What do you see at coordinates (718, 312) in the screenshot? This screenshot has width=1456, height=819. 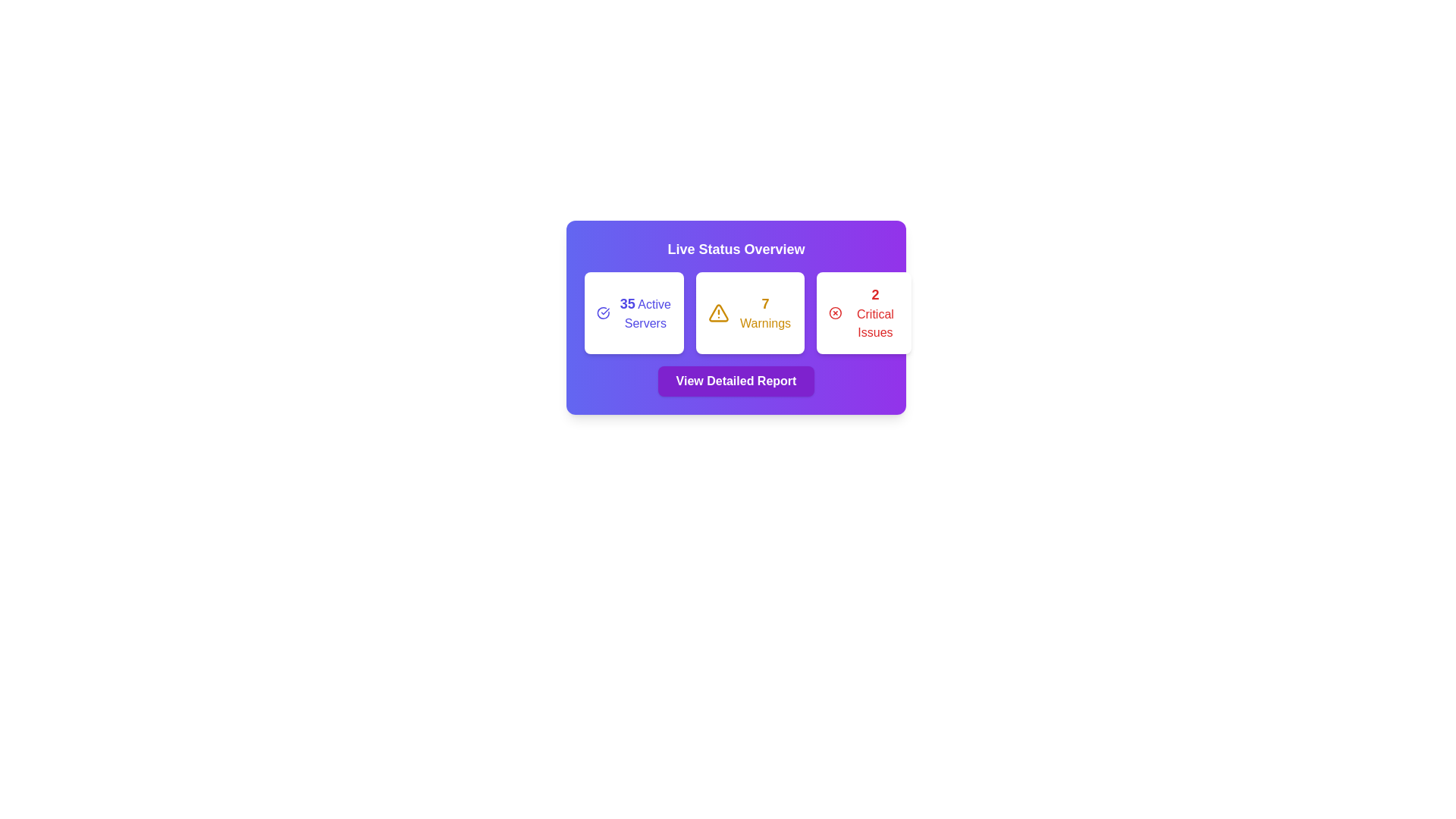 I see `the warning indicator icon located in the middle section of the dashboard card, which is positioned above the text '7 Warnings'` at bounding box center [718, 312].